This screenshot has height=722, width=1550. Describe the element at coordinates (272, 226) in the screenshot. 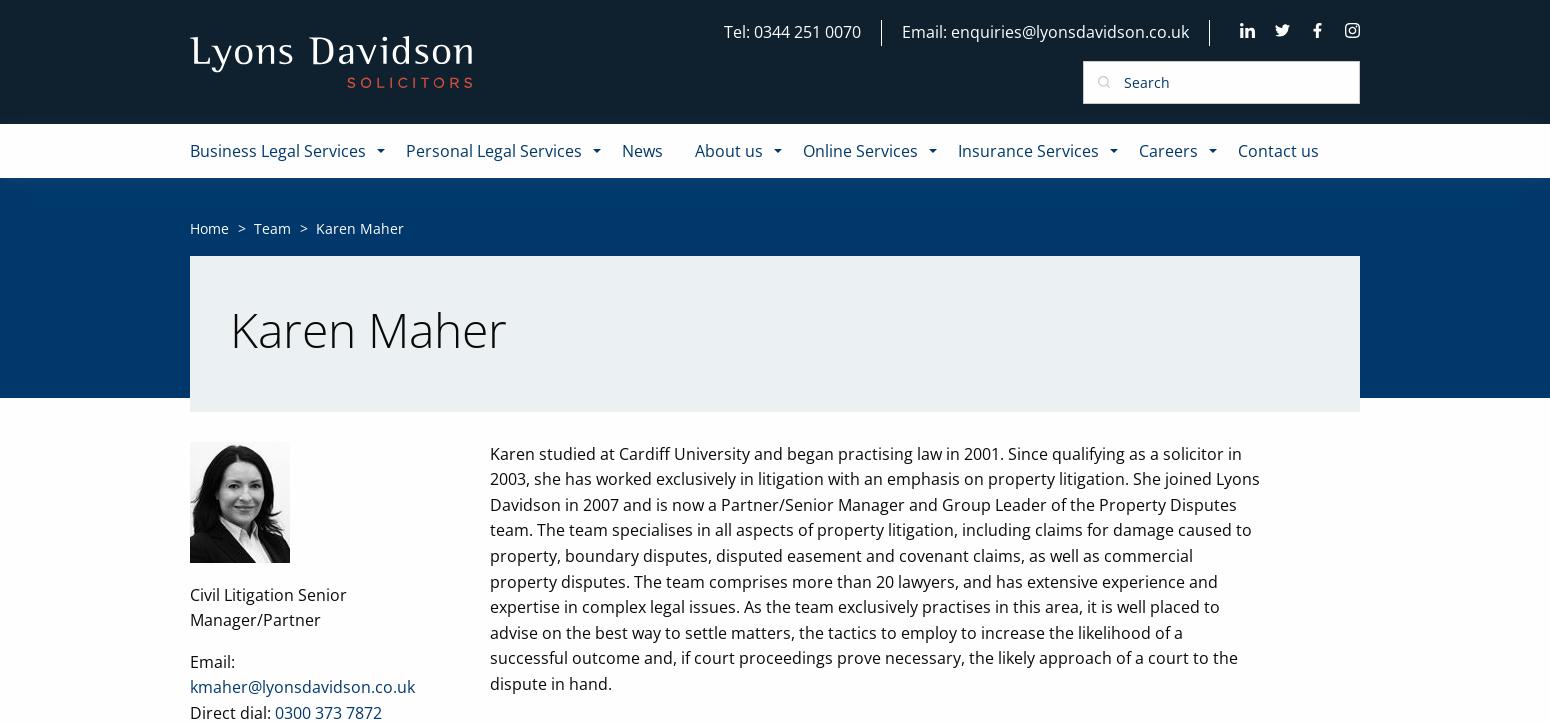

I see `'Team'` at that location.